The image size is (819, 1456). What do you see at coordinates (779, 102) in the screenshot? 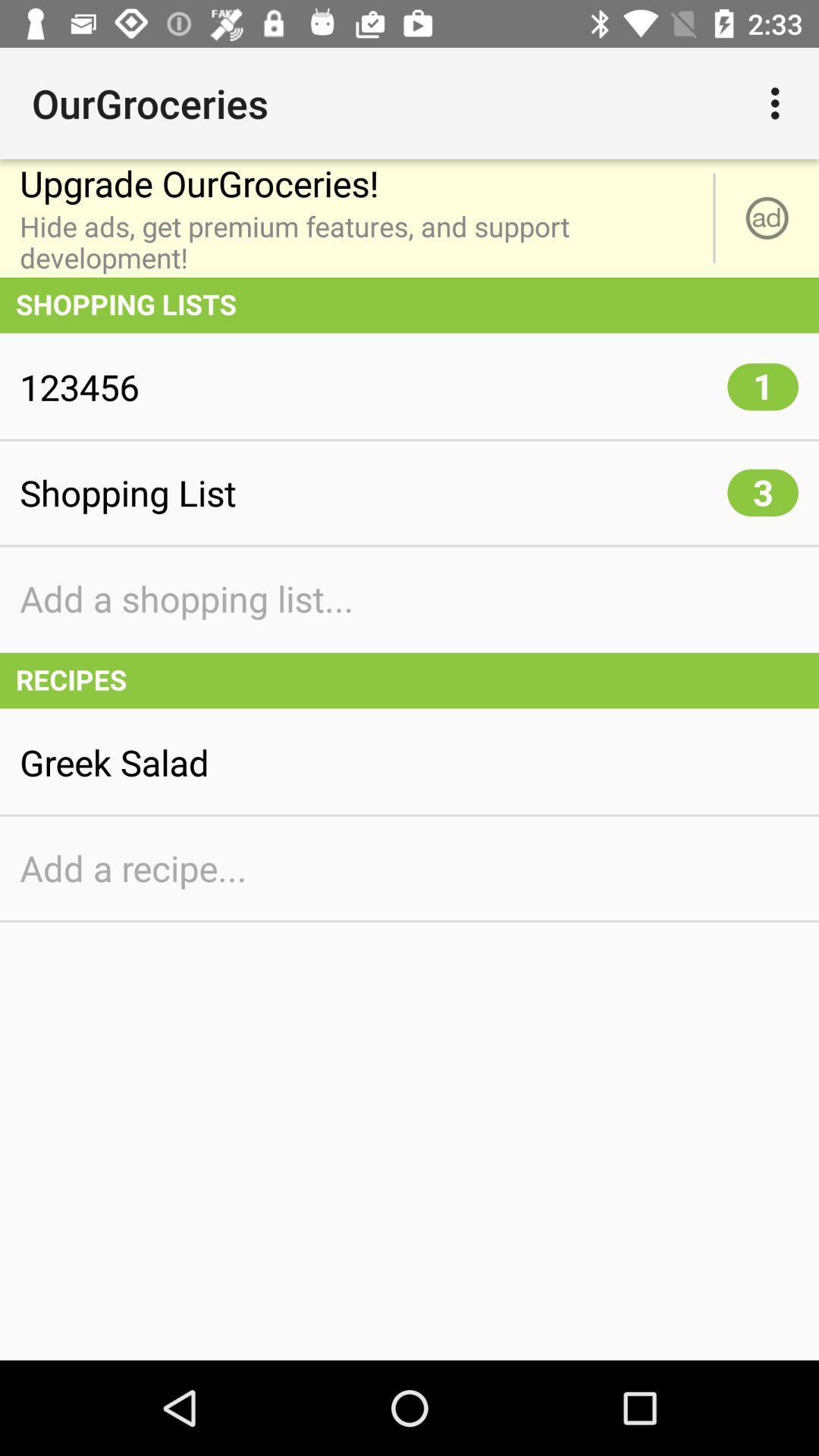
I see `item next to upgrade ourgroceries!` at bounding box center [779, 102].